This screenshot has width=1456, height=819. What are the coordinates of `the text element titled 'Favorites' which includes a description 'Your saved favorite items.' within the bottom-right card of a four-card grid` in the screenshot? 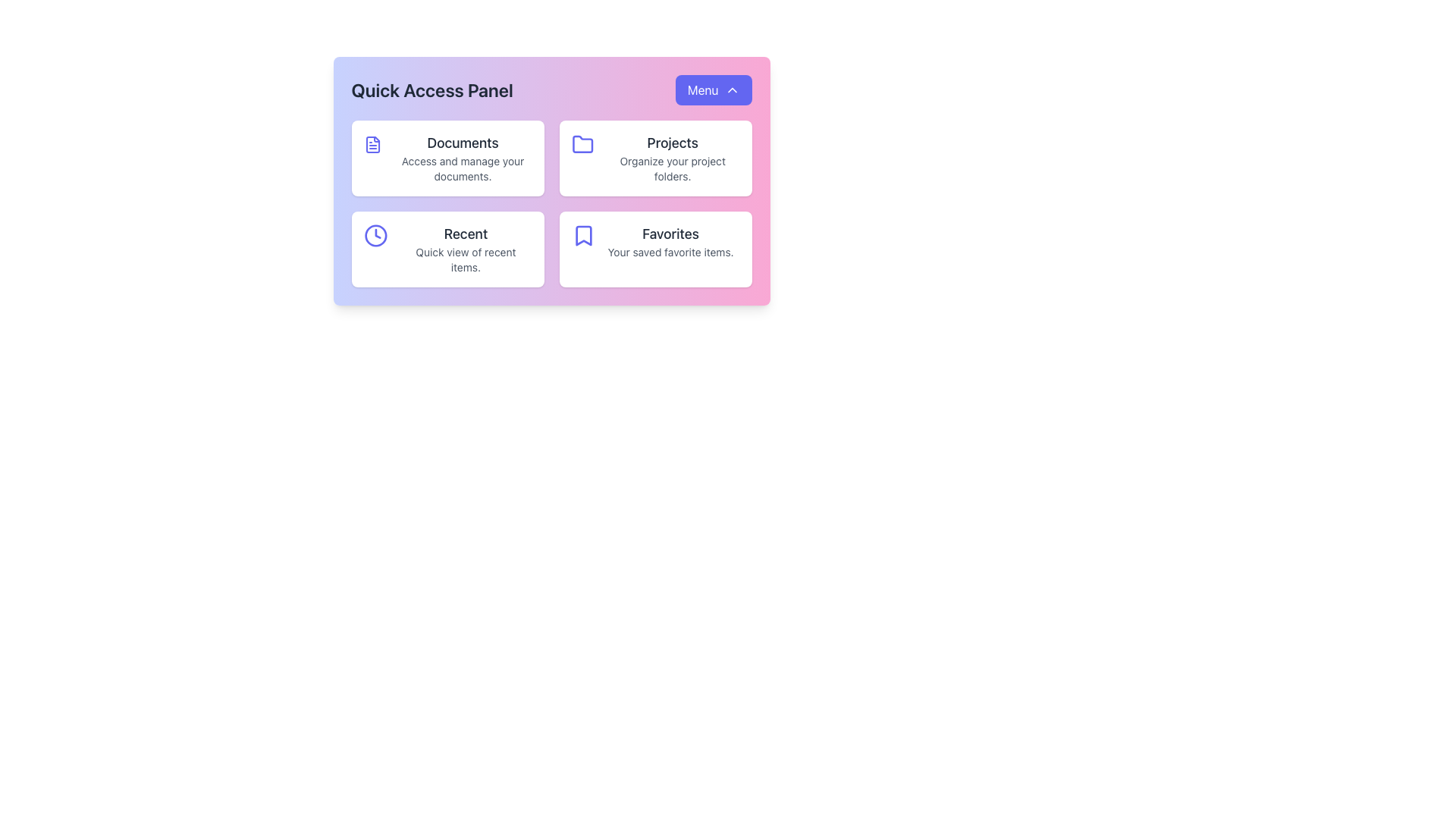 It's located at (670, 248).